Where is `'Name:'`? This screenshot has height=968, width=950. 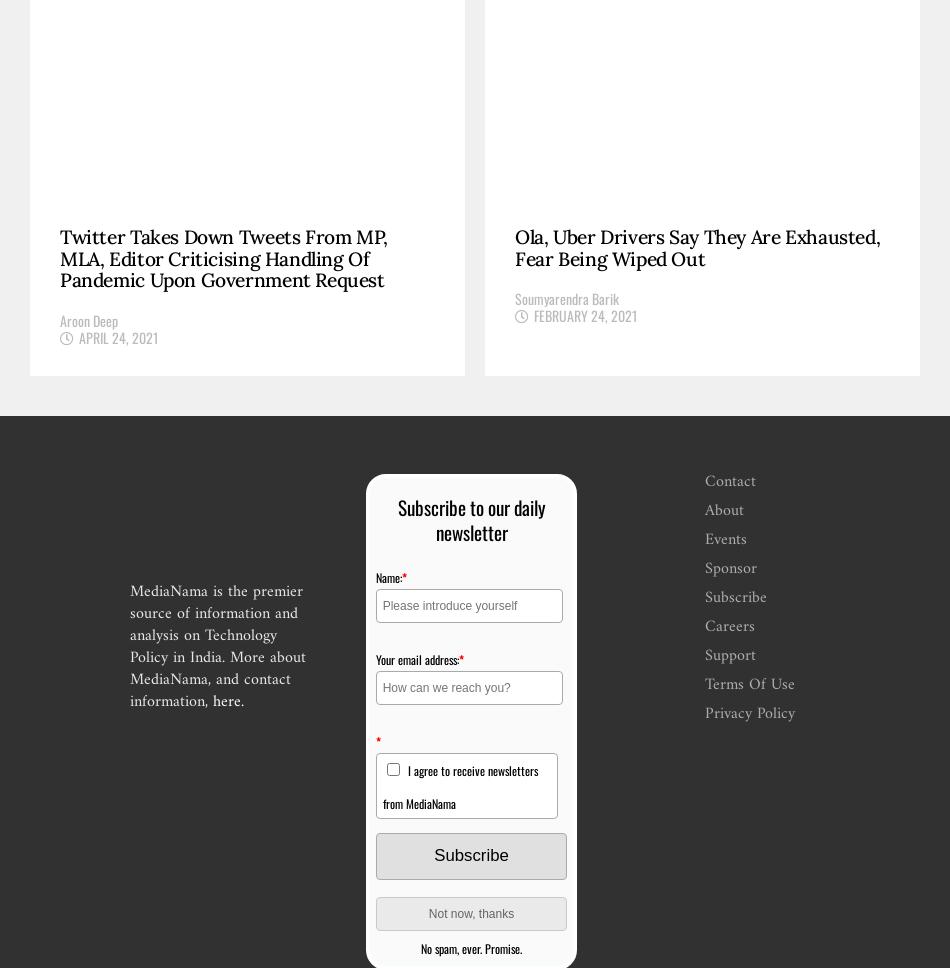
'Name:' is located at coordinates (373, 576).